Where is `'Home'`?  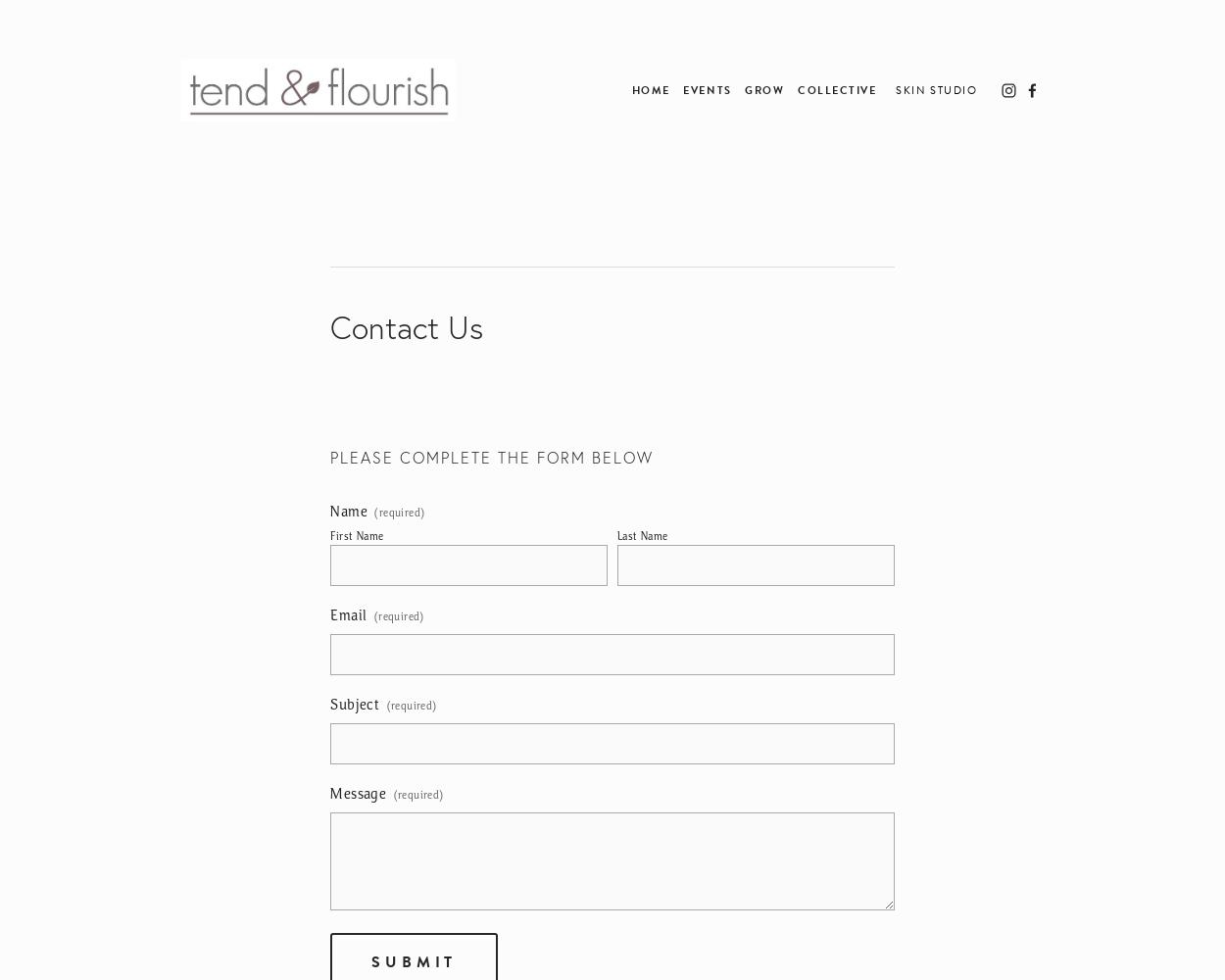
'Home' is located at coordinates (650, 88).